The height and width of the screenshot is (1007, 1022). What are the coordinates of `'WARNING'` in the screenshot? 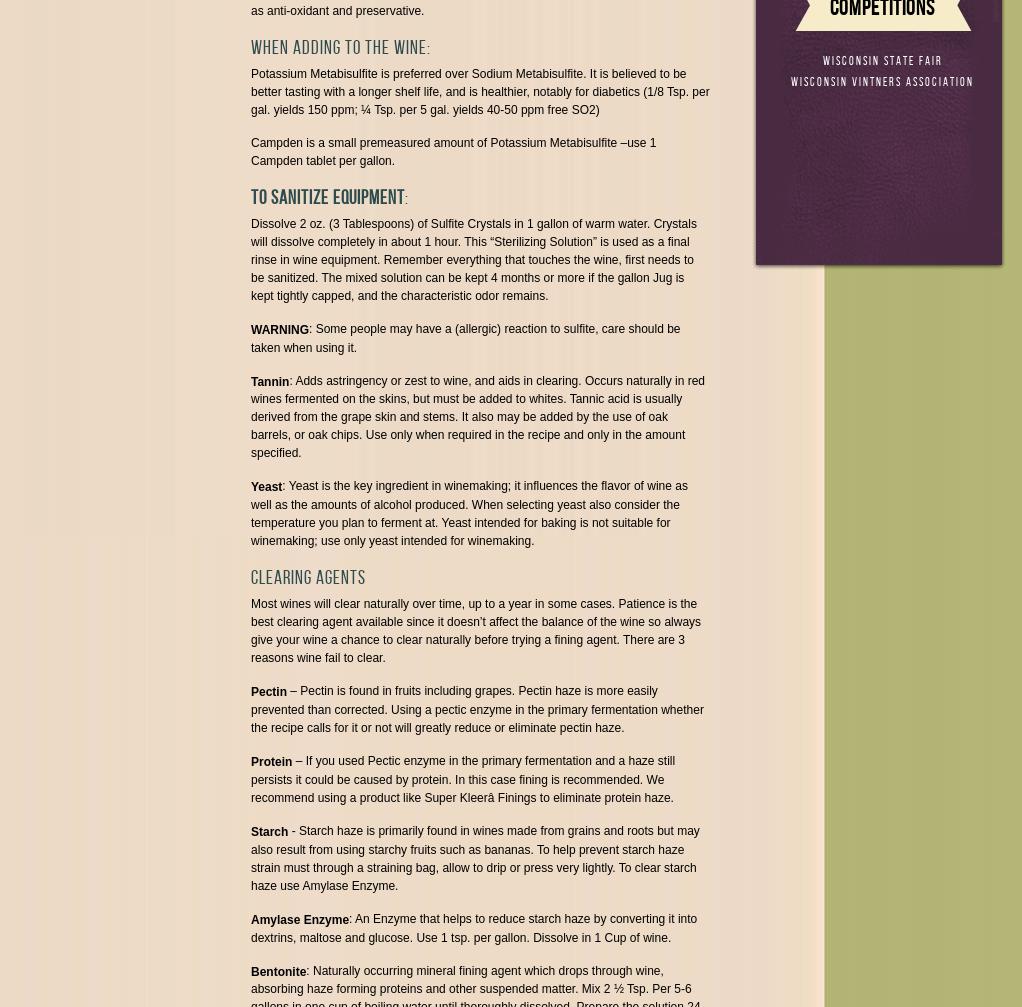 It's located at (250, 328).